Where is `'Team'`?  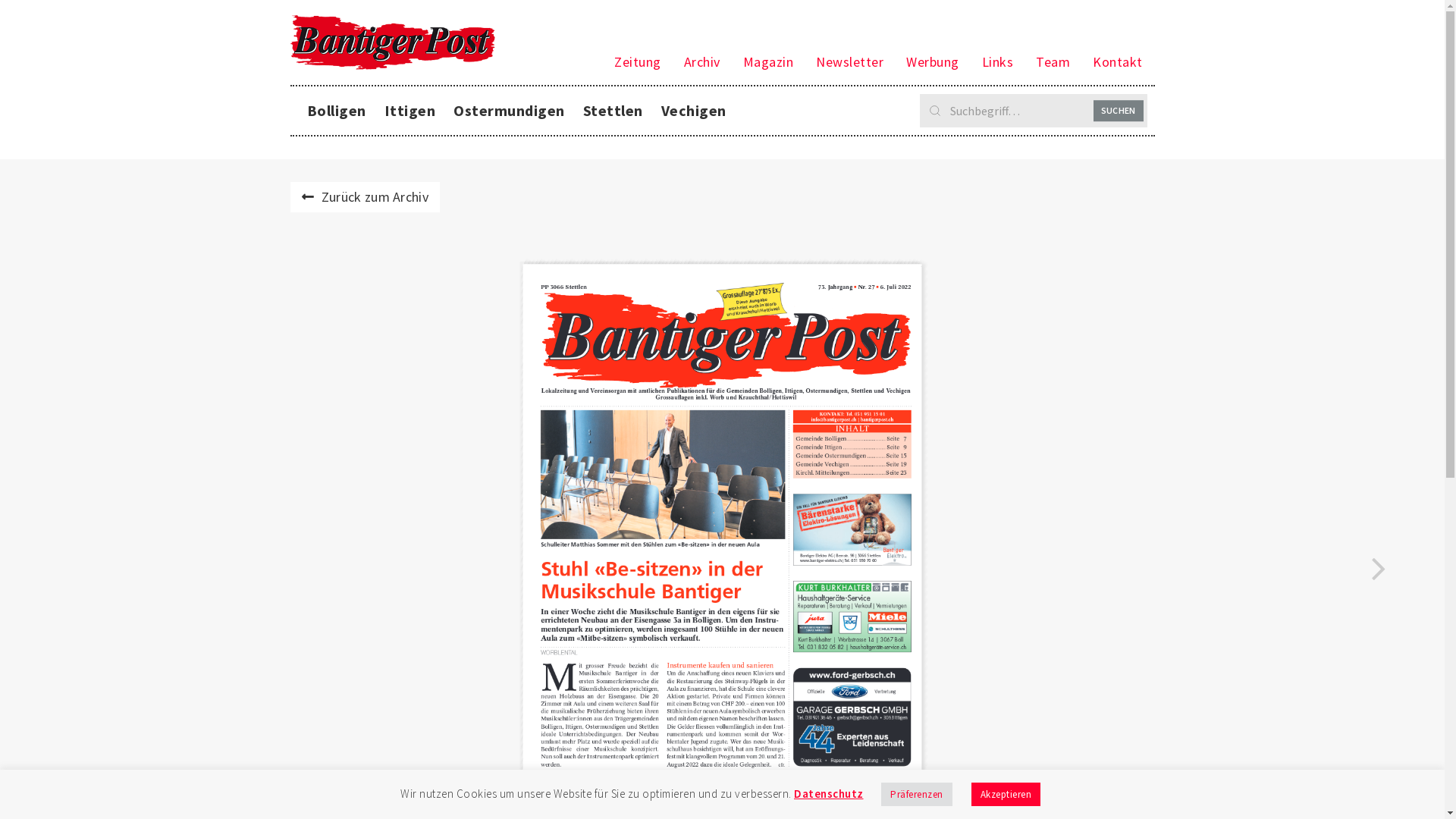 'Team' is located at coordinates (1052, 61).